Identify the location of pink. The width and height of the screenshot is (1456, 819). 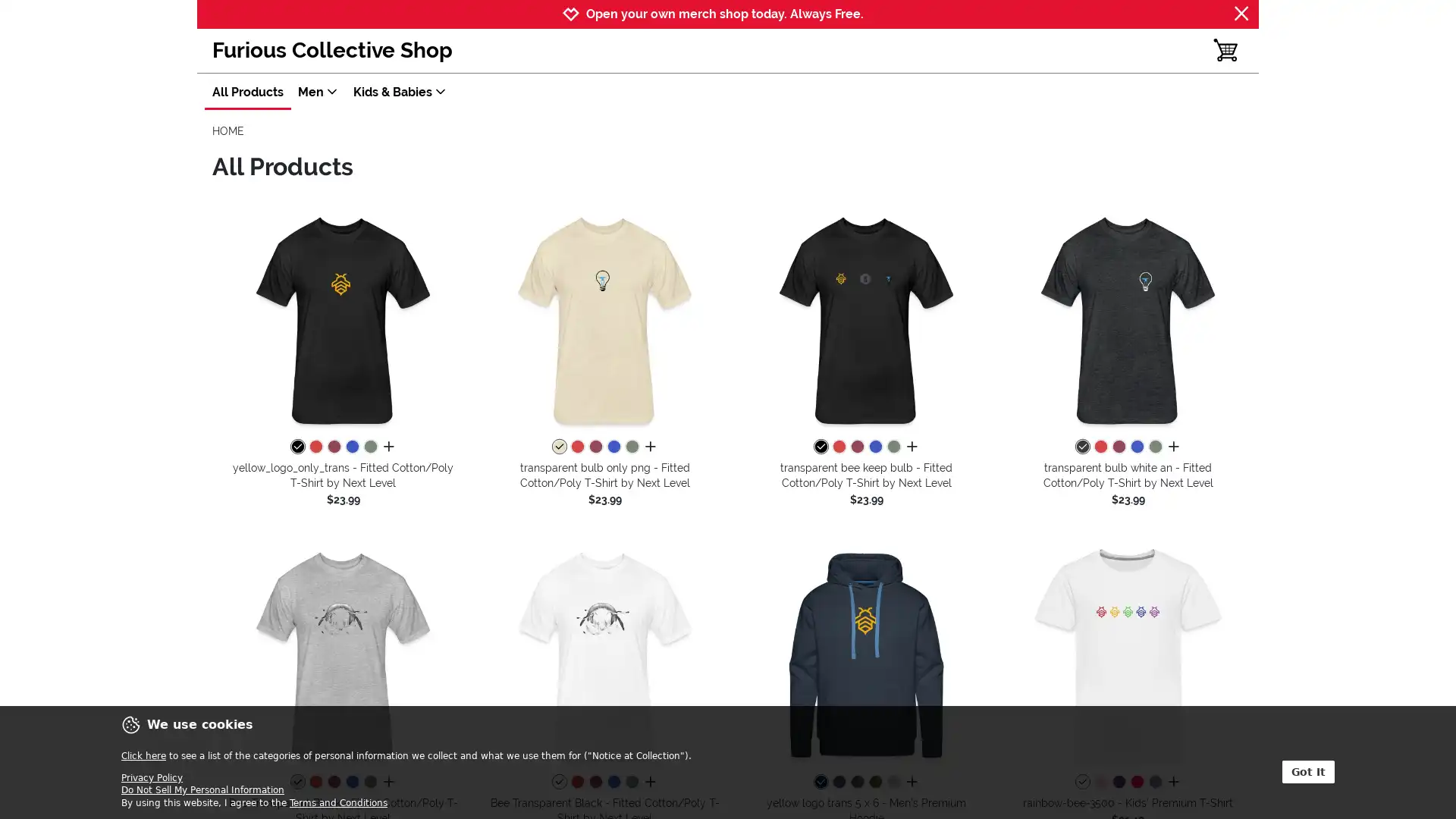
(1100, 783).